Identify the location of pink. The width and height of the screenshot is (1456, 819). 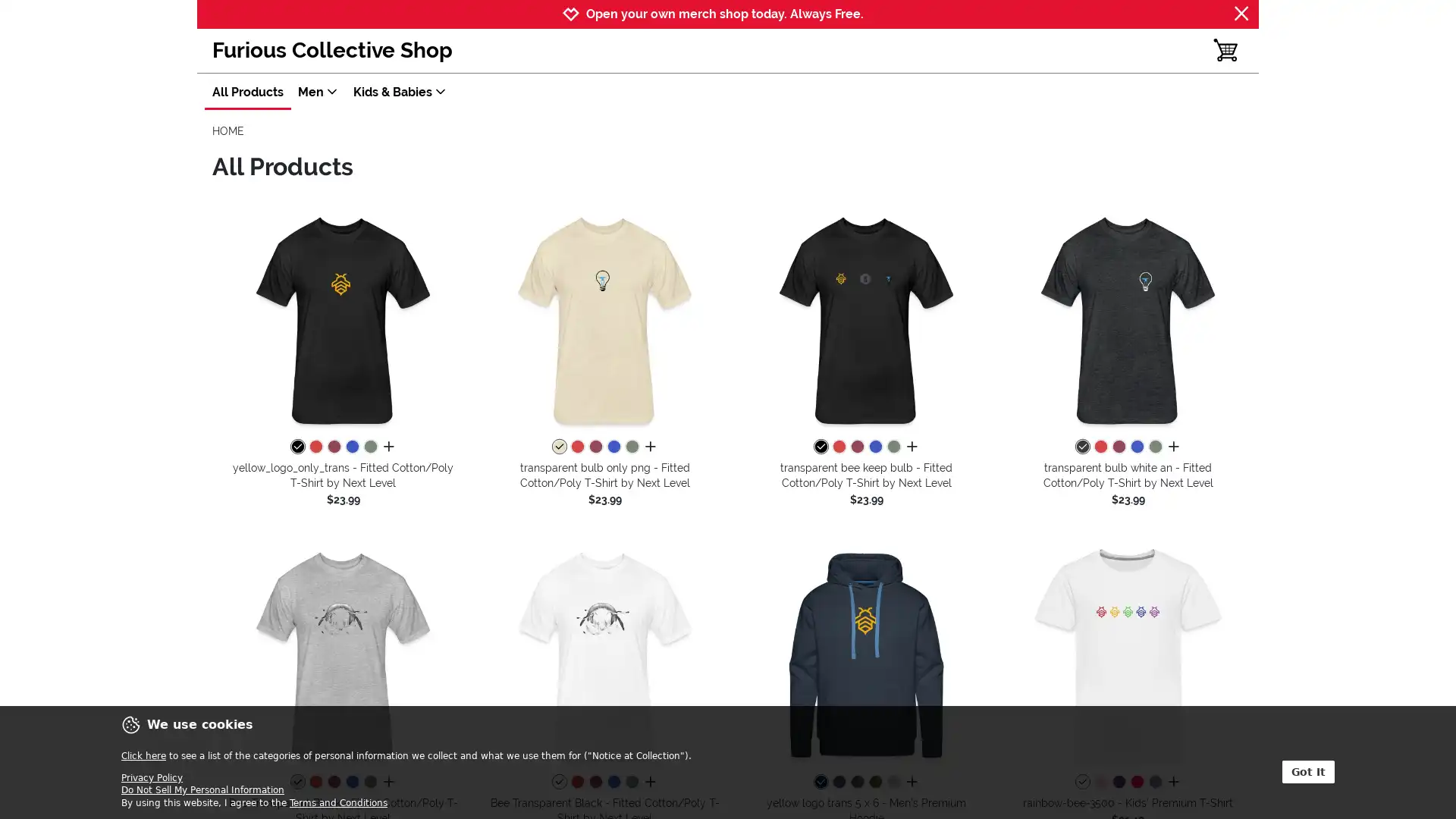
(1100, 783).